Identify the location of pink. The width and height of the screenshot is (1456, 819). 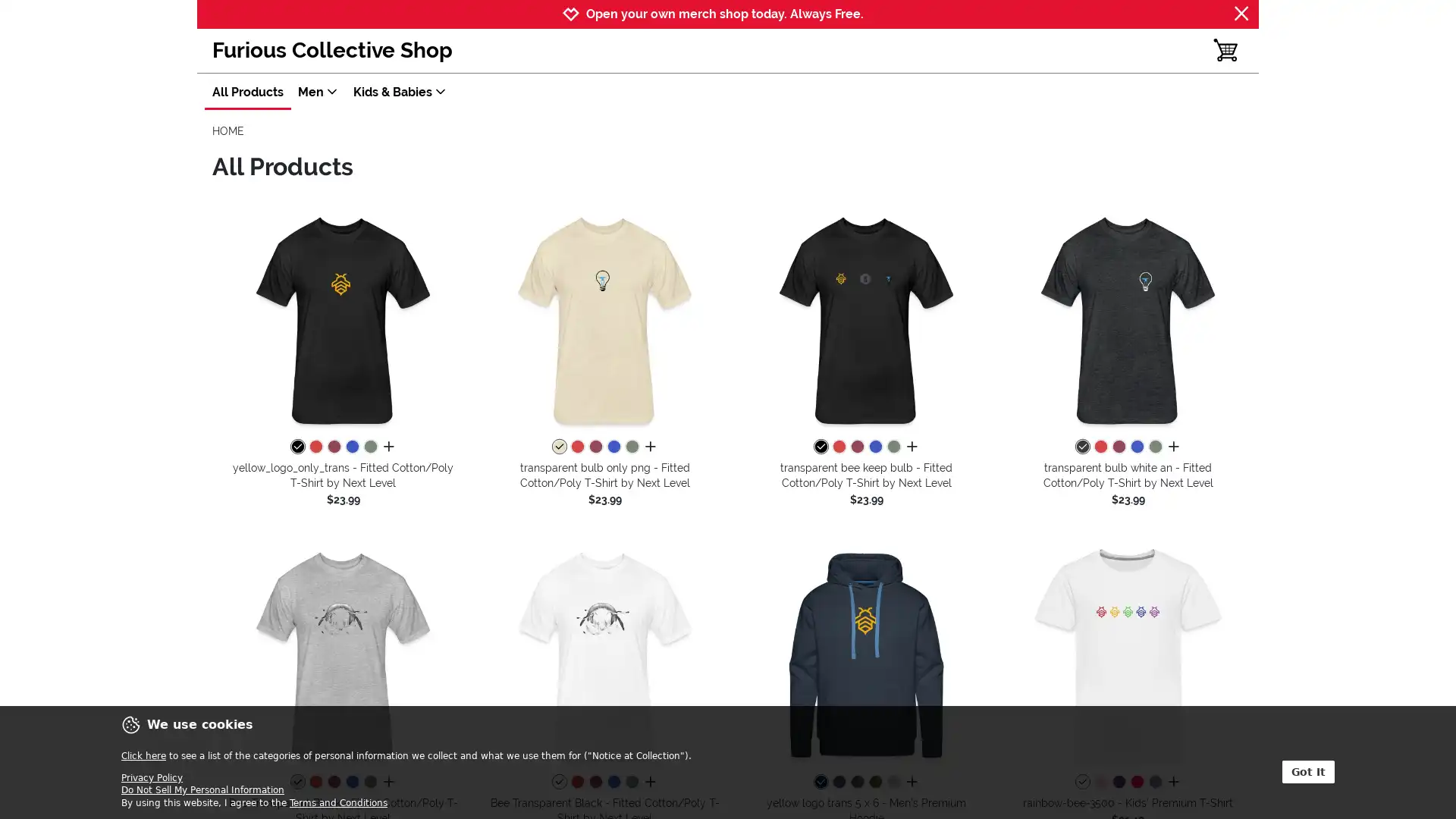
(1100, 783).